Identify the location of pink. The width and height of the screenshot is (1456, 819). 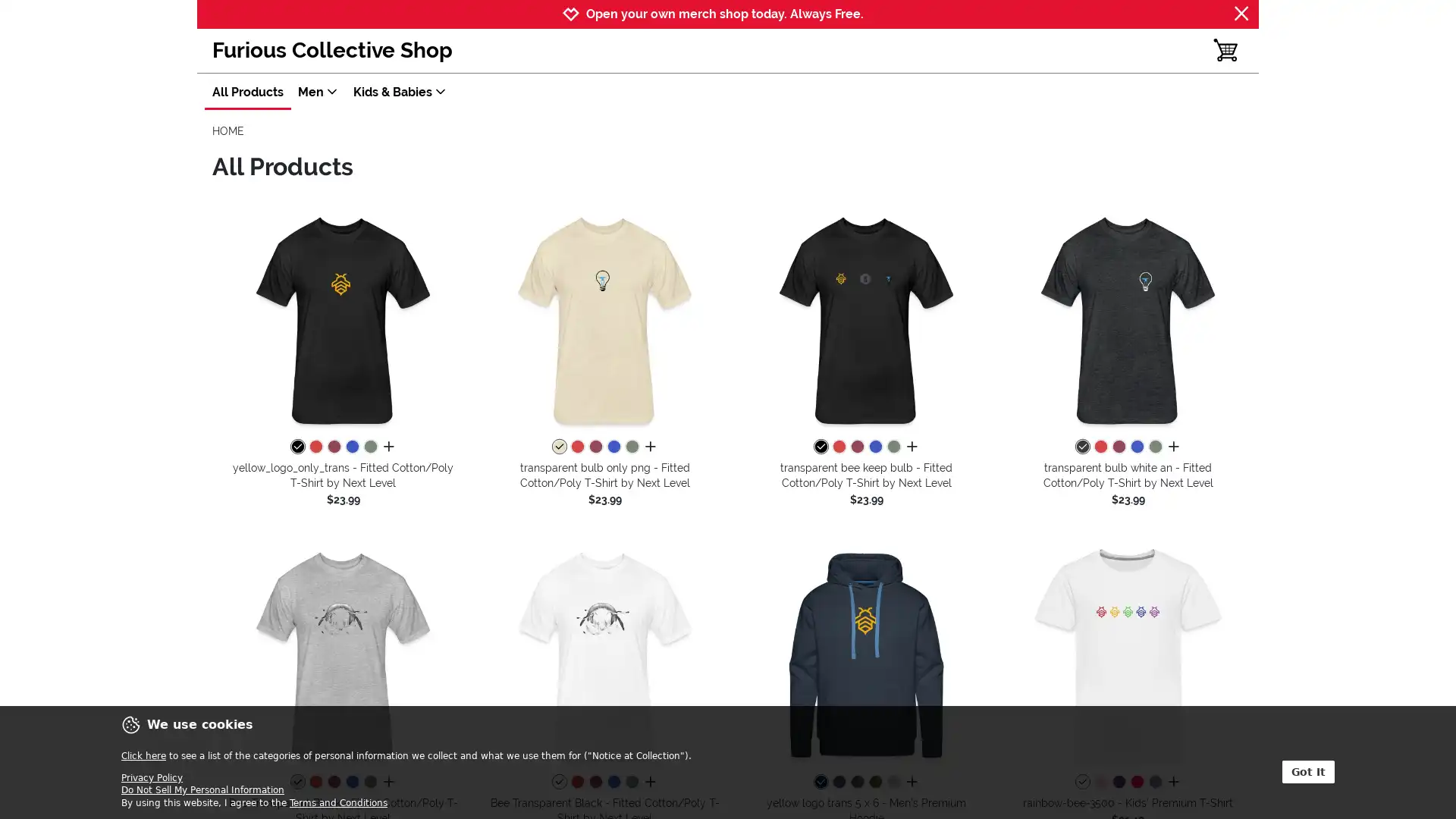
(1100, 783).